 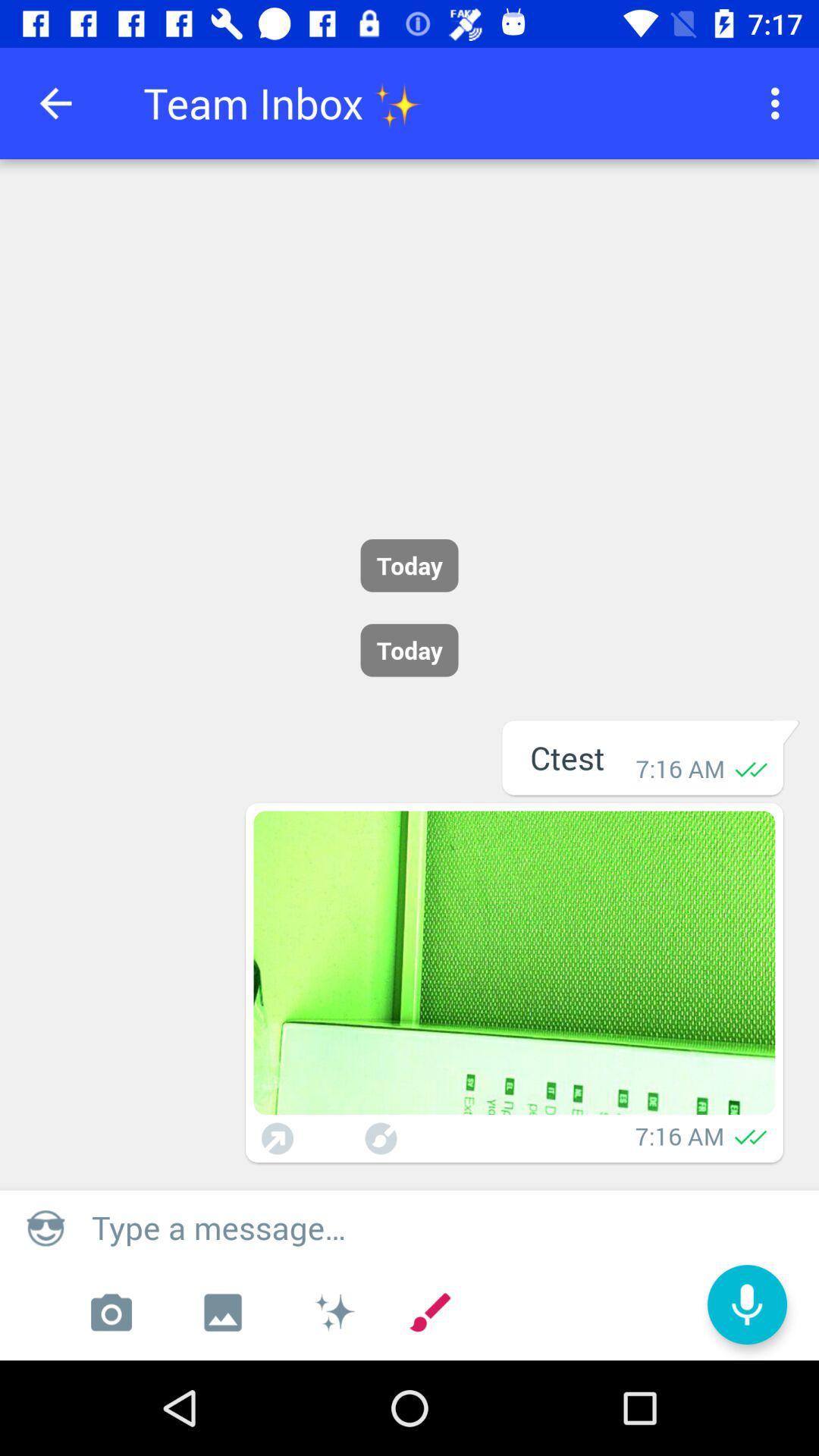 I want to click on camera application, so click(x=110, y=1312).